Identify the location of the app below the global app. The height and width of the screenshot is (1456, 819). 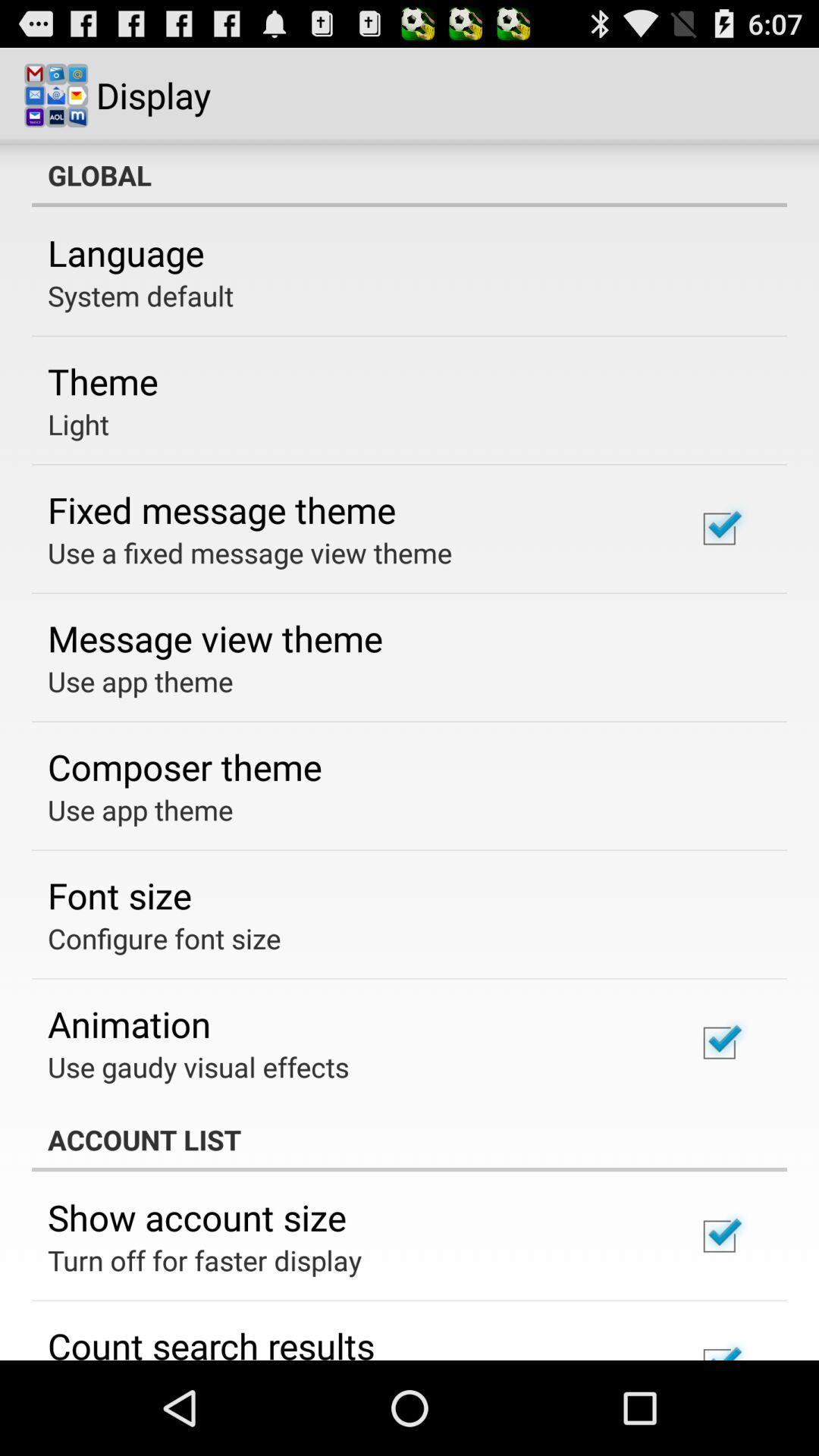
(125, 253).